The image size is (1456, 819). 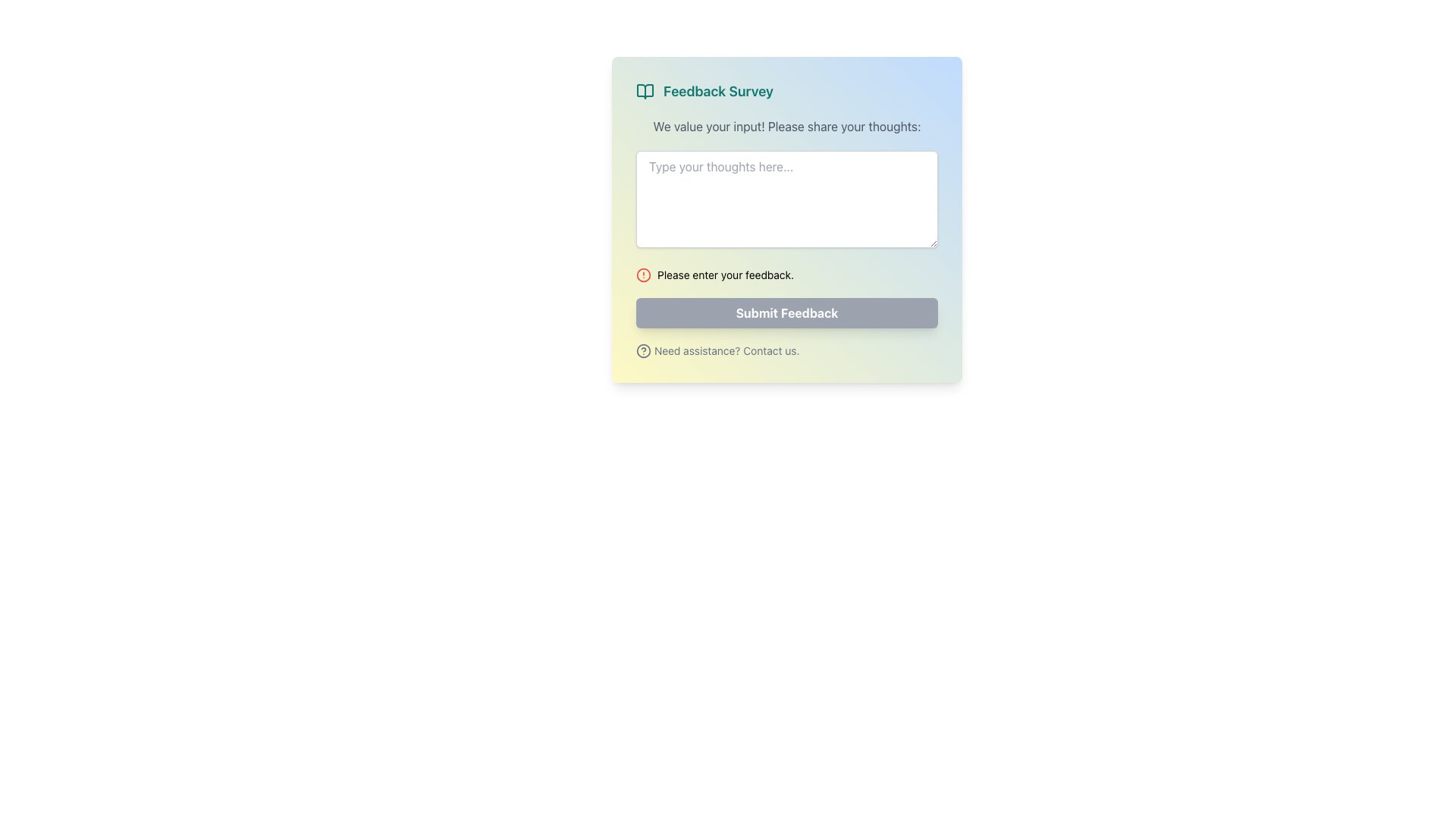 What do you see at coordinates (644, 350) in the screenshot?
I see `the circular gray icon with a question mark, located to the left of the text 'Need assistance? Contact us.'` at bounding box center [644, 350].